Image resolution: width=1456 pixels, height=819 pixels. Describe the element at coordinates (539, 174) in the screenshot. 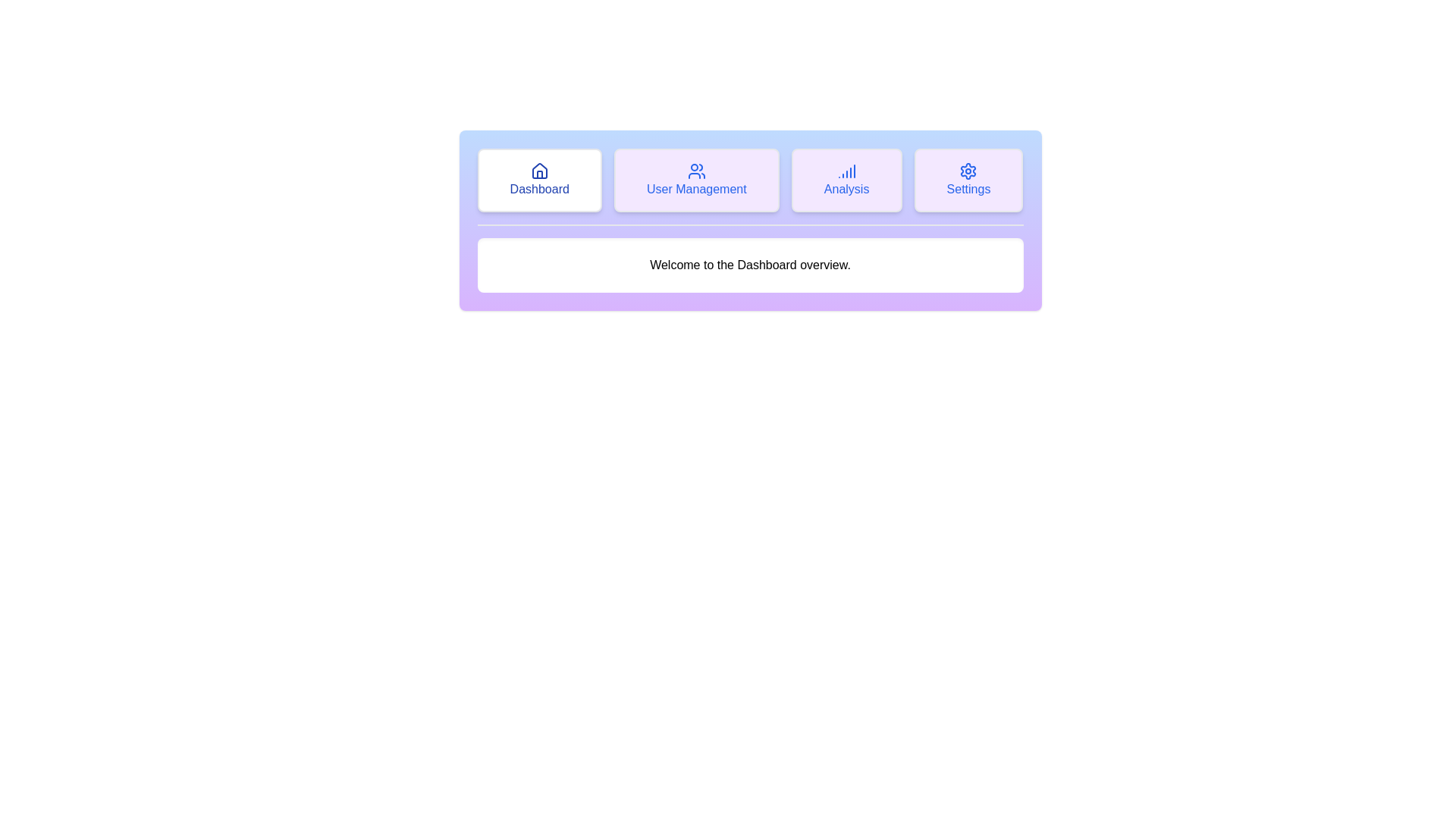

I see `the vertical rectangular section of the house-shaped icon located in the navigation bar within the 'Dashboard' section` at that location.